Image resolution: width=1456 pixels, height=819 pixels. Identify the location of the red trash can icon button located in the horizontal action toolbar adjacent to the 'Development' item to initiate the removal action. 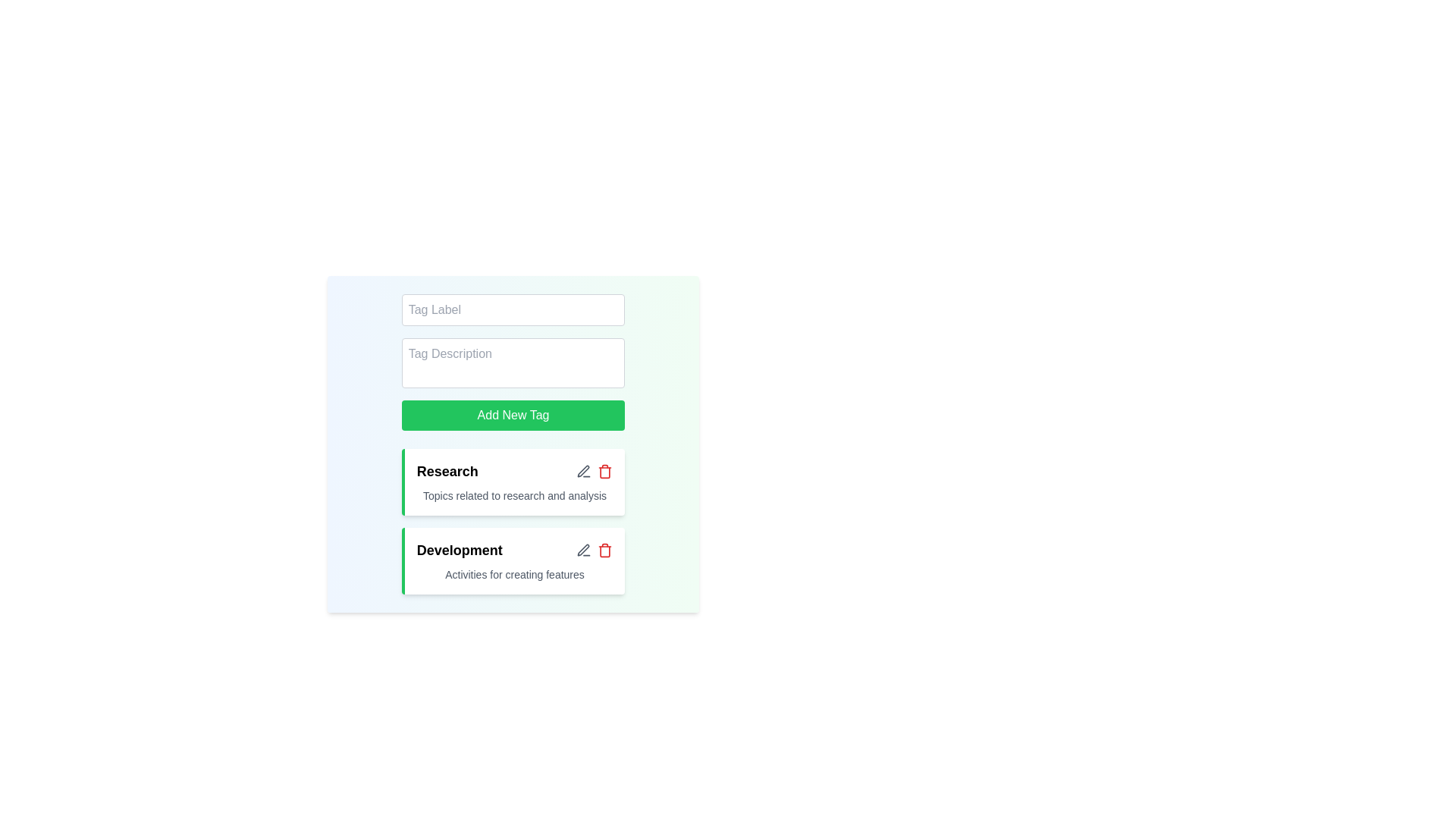
(604, 550).